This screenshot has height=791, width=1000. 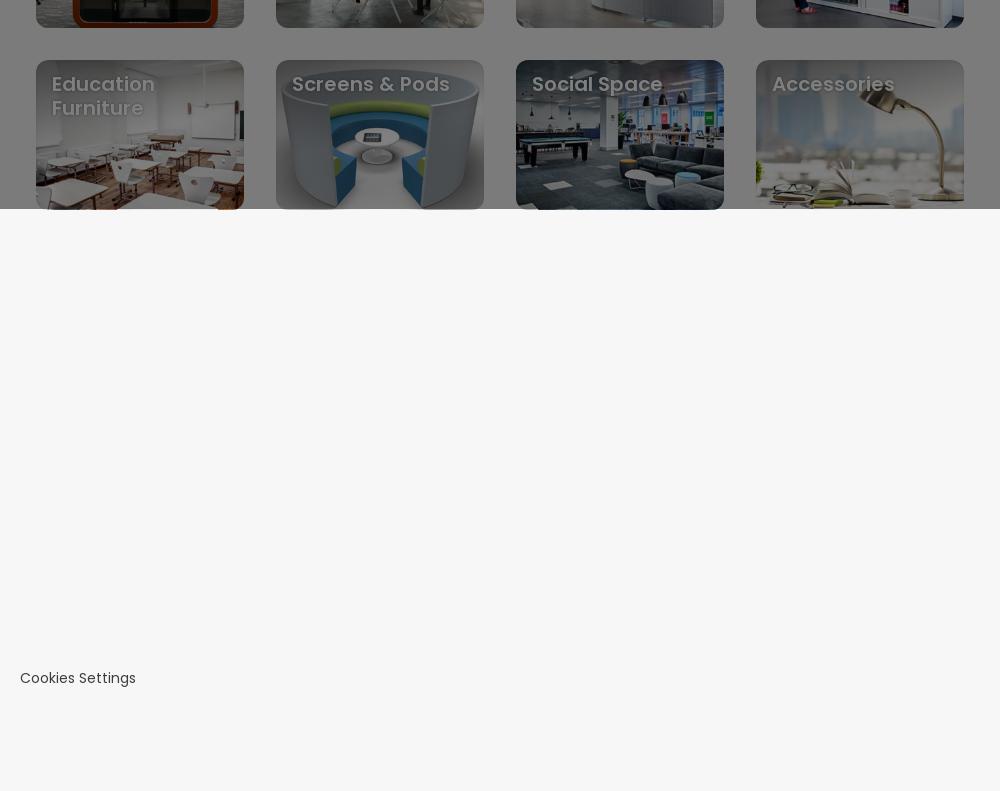 I want to click on 'Accessories', so click(x=832, y=82).